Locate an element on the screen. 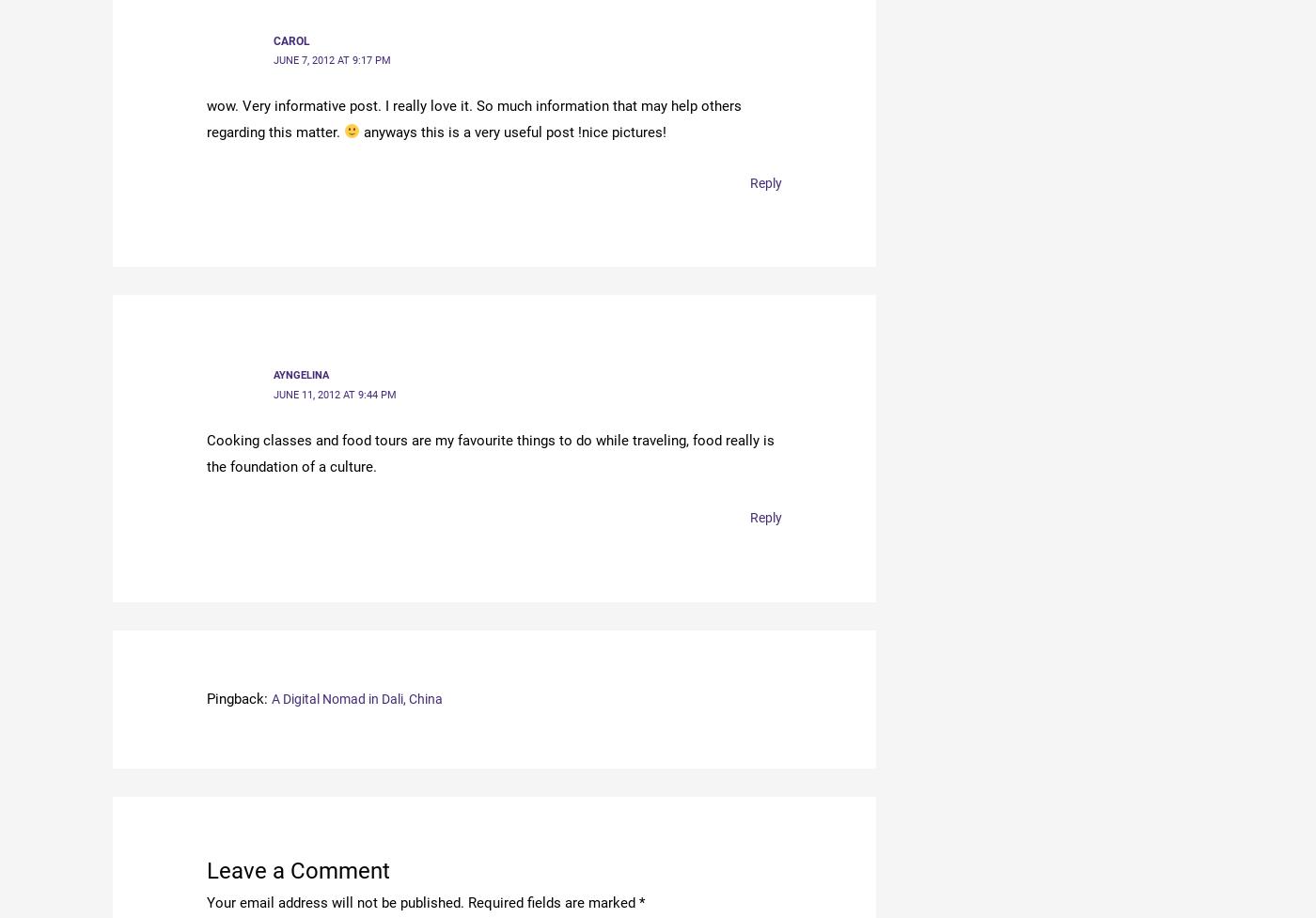 The width and height of the screenshot is (1316, 918). 'June 7, 2012 at 9:17 pm' is located at coordinates (337, 59).